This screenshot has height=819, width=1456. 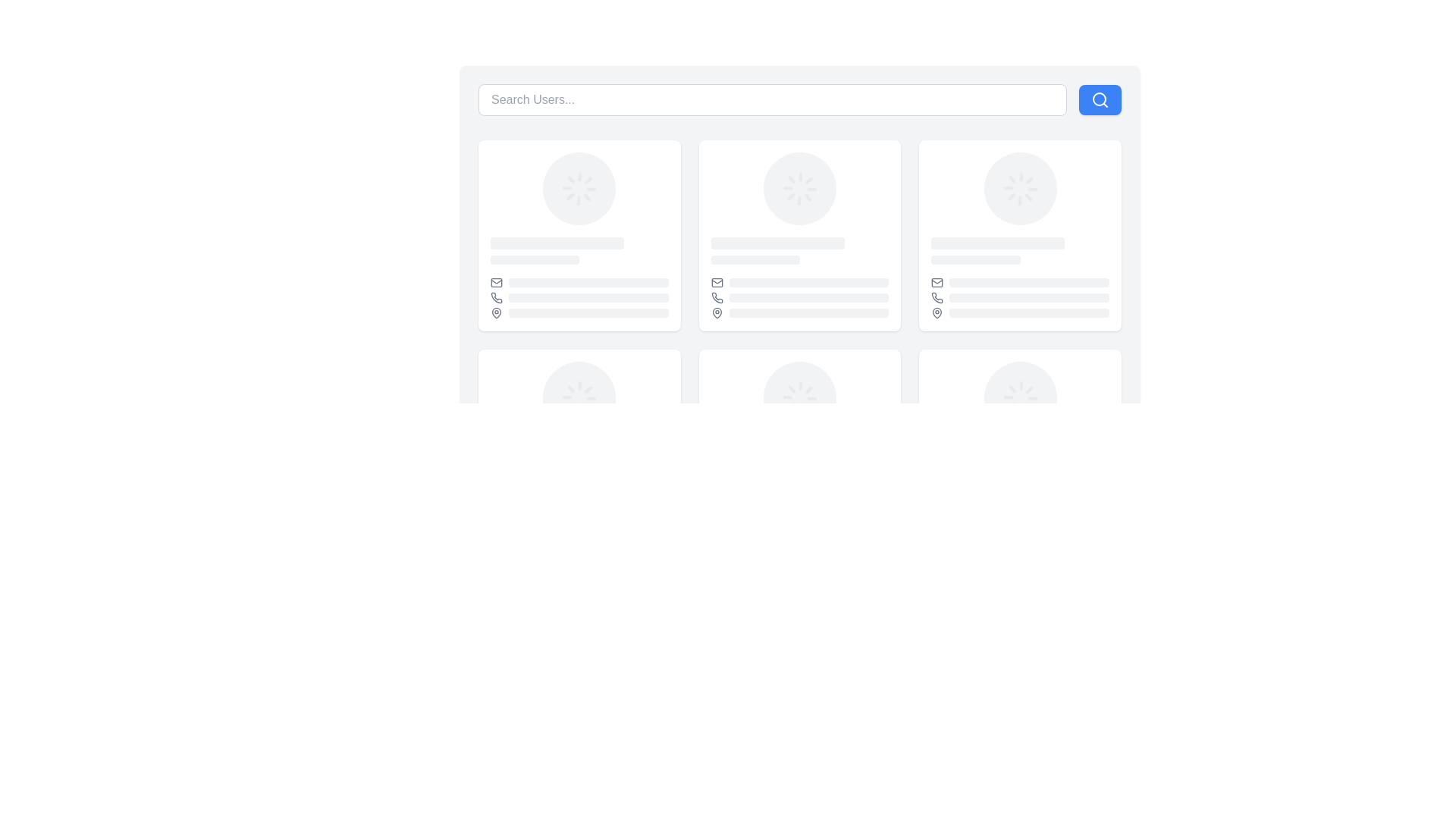 I want to click on the center-aligned circular loader (spinner) located in the second column of the top row among three cards to indicate that a process is ongoing, so click(x=799, y=188).